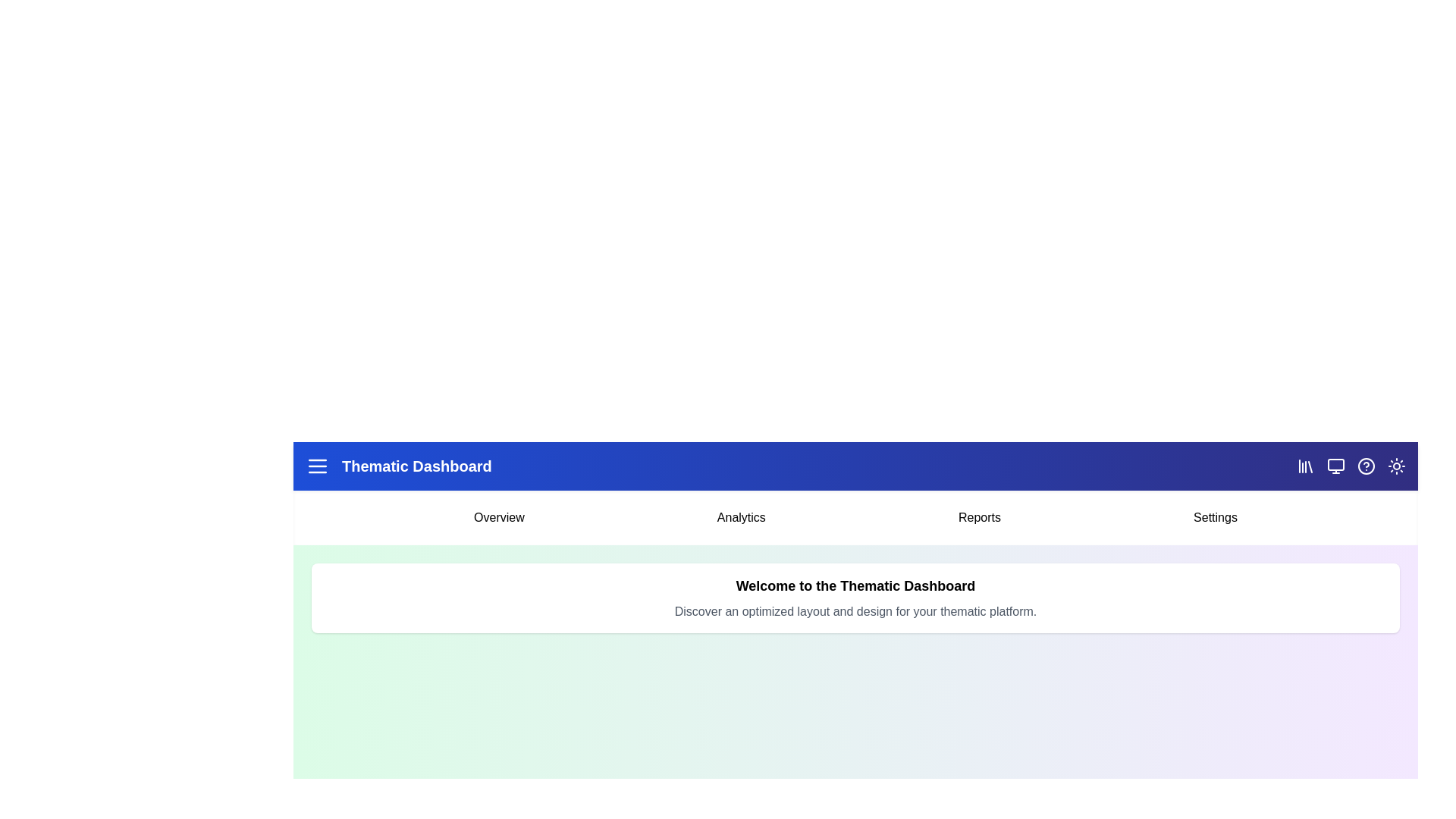 This screenshot has width=1456, height=819. What do you see at coordinates (498, 516) in the screenshot?
I see `the menu item Overview from the menu bar` at bounding box center [498, 516].